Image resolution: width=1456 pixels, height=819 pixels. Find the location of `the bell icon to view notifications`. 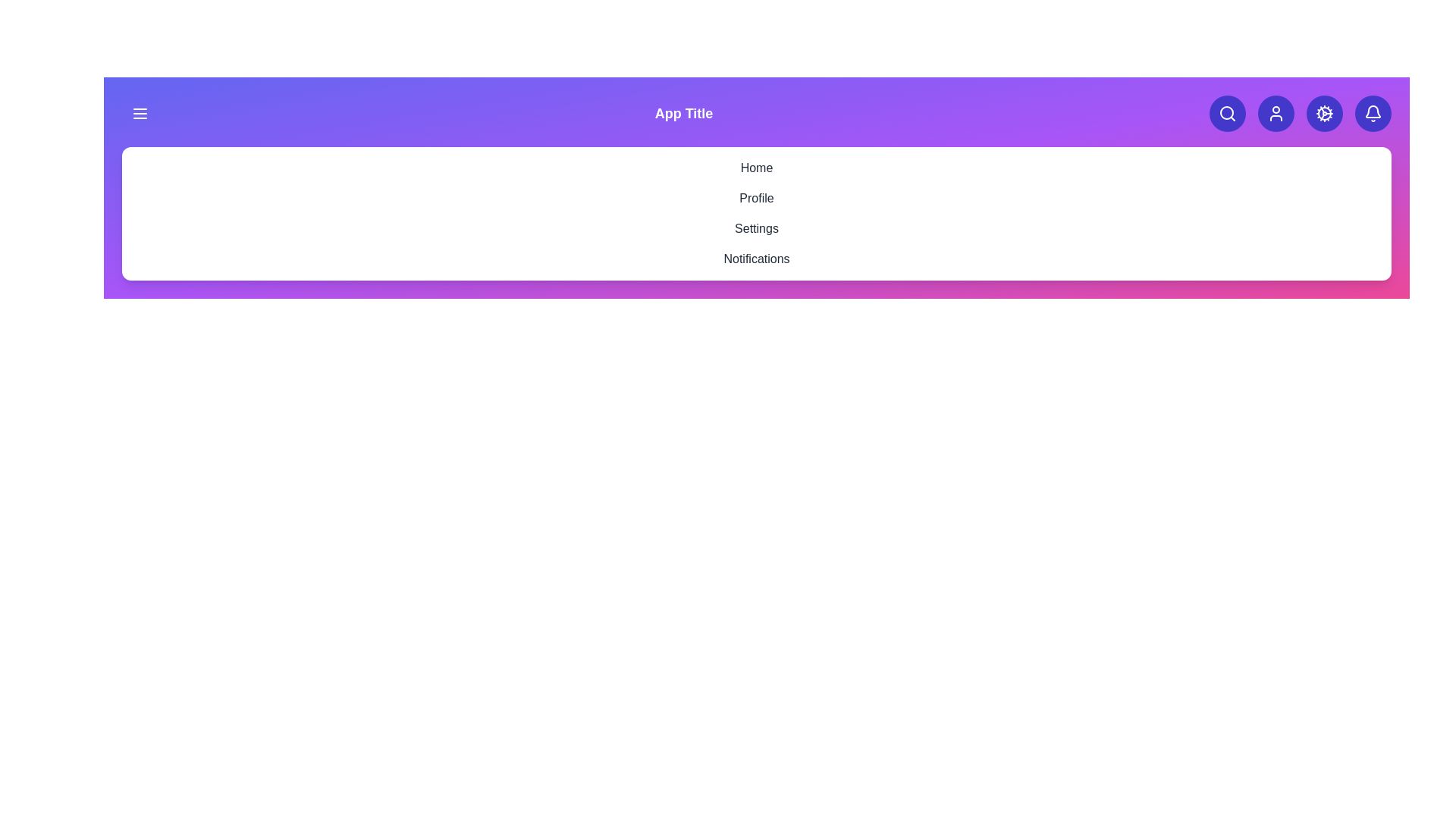

the bell icon to view notifications is located at coordinates (1373, 113).